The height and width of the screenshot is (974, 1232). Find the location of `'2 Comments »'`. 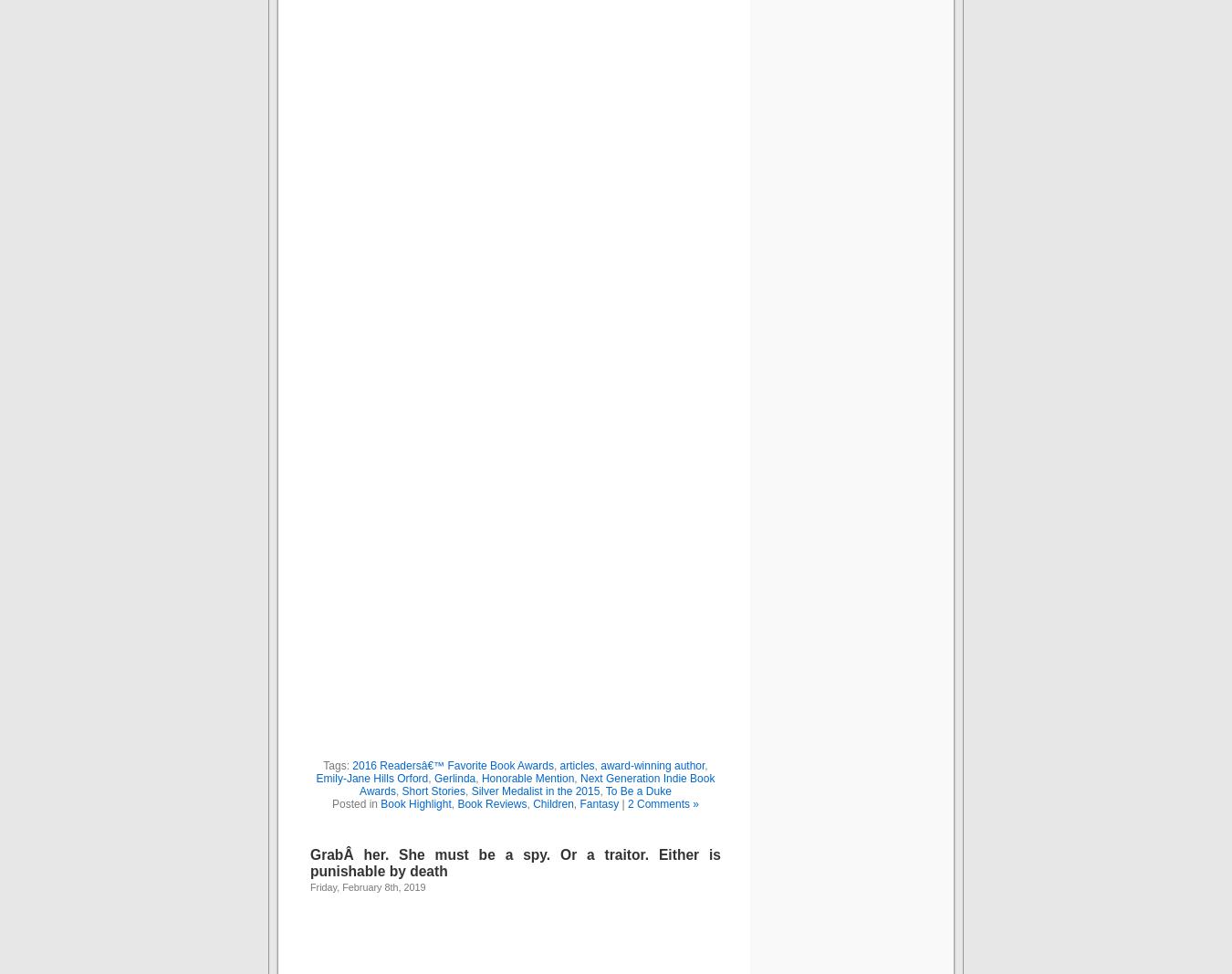

'2 Comments »' is located at coordinates (662, 801).